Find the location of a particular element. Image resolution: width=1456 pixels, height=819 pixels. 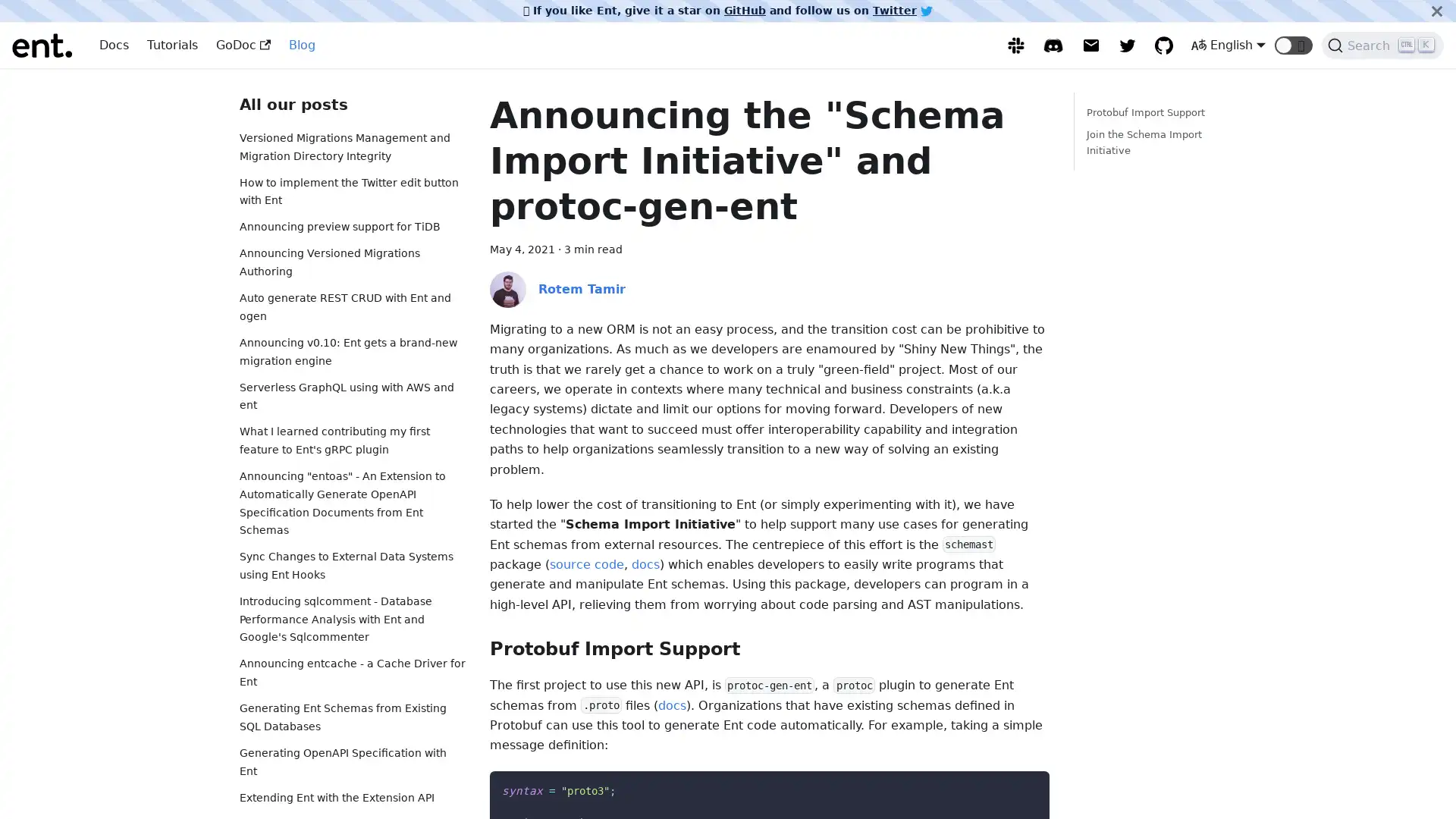

Search is located at coordinates (1382, 45).